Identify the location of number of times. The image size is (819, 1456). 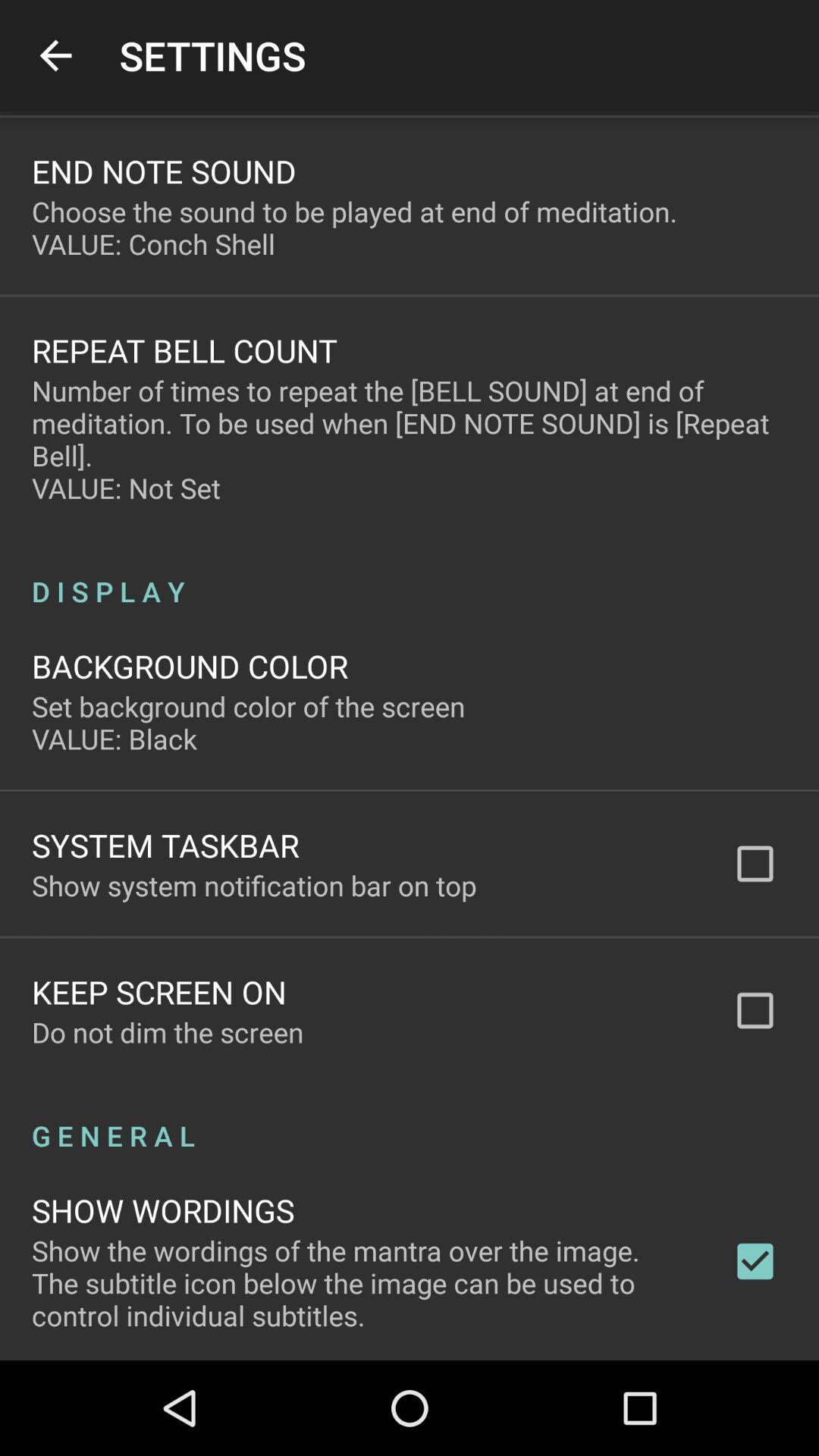
(409, 438).